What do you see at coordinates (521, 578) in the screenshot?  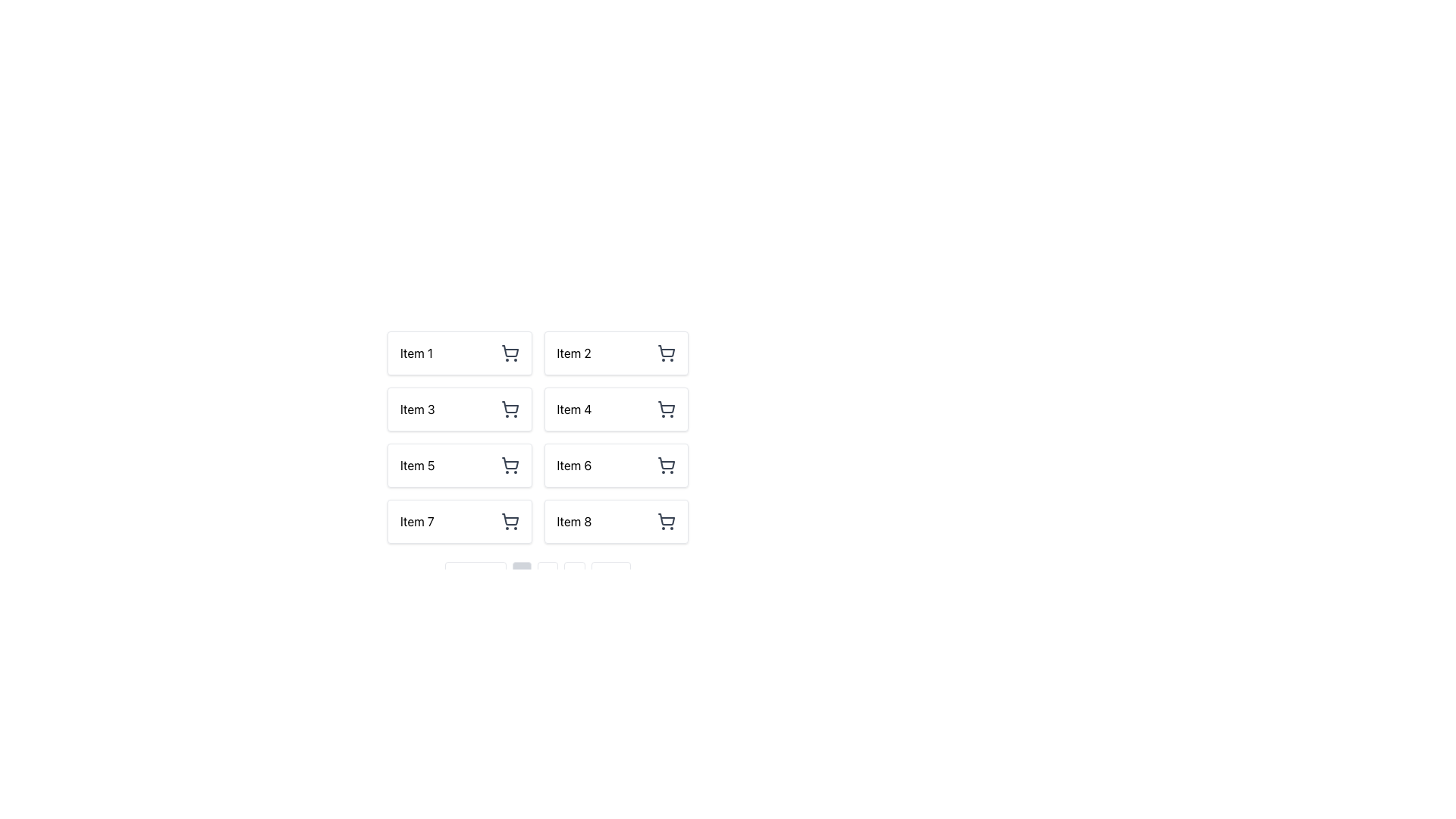 I see `the circular button labeled '1'` at bounding box center [521, 578].